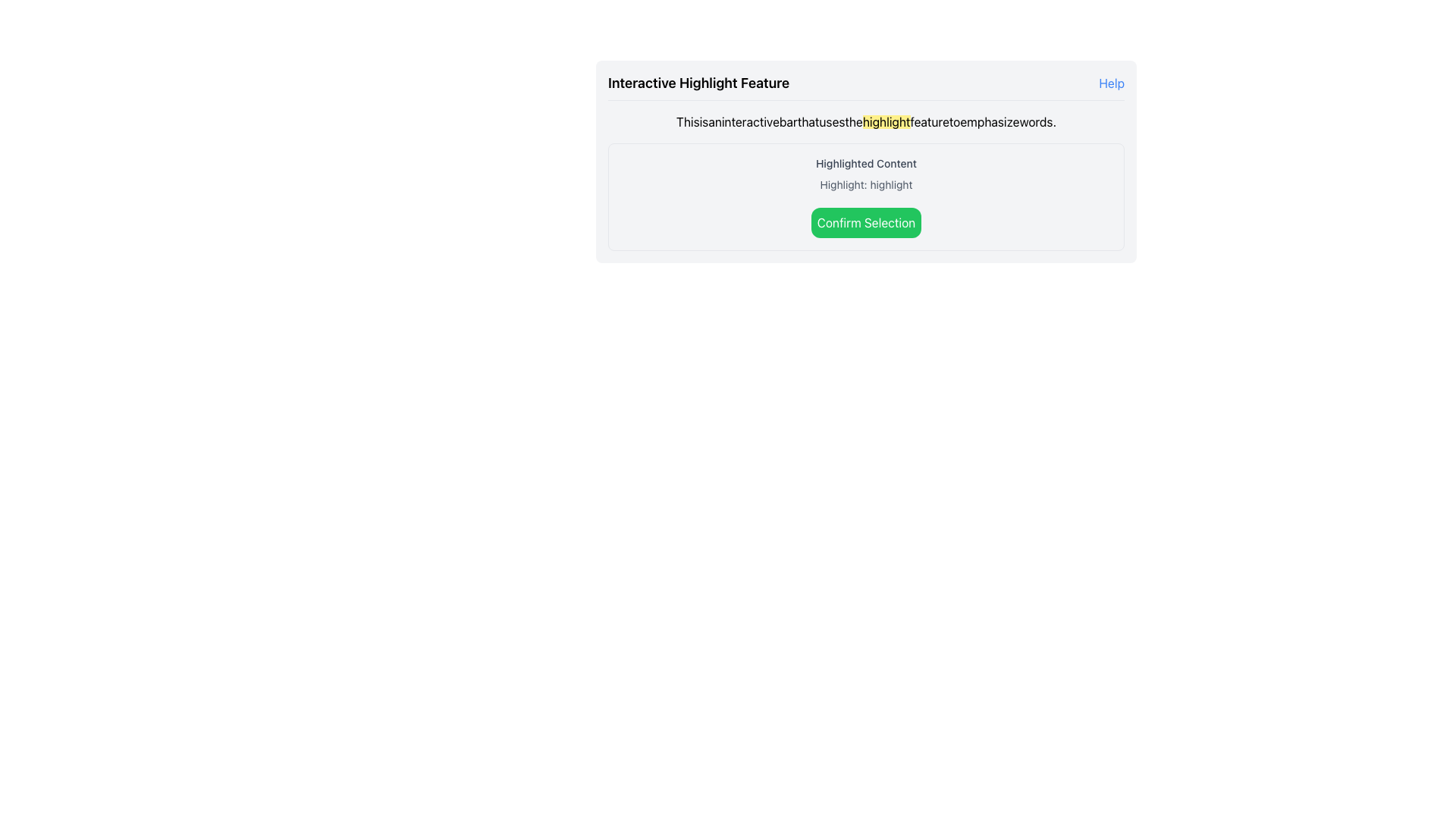  What do you see at coordinates (687, 121) in the screenshot?
I see `text element at the beginning of the sentence 'This is an interactive bar that uses the highlight feature to emphasize words.'` at bounding box center [687, 121].